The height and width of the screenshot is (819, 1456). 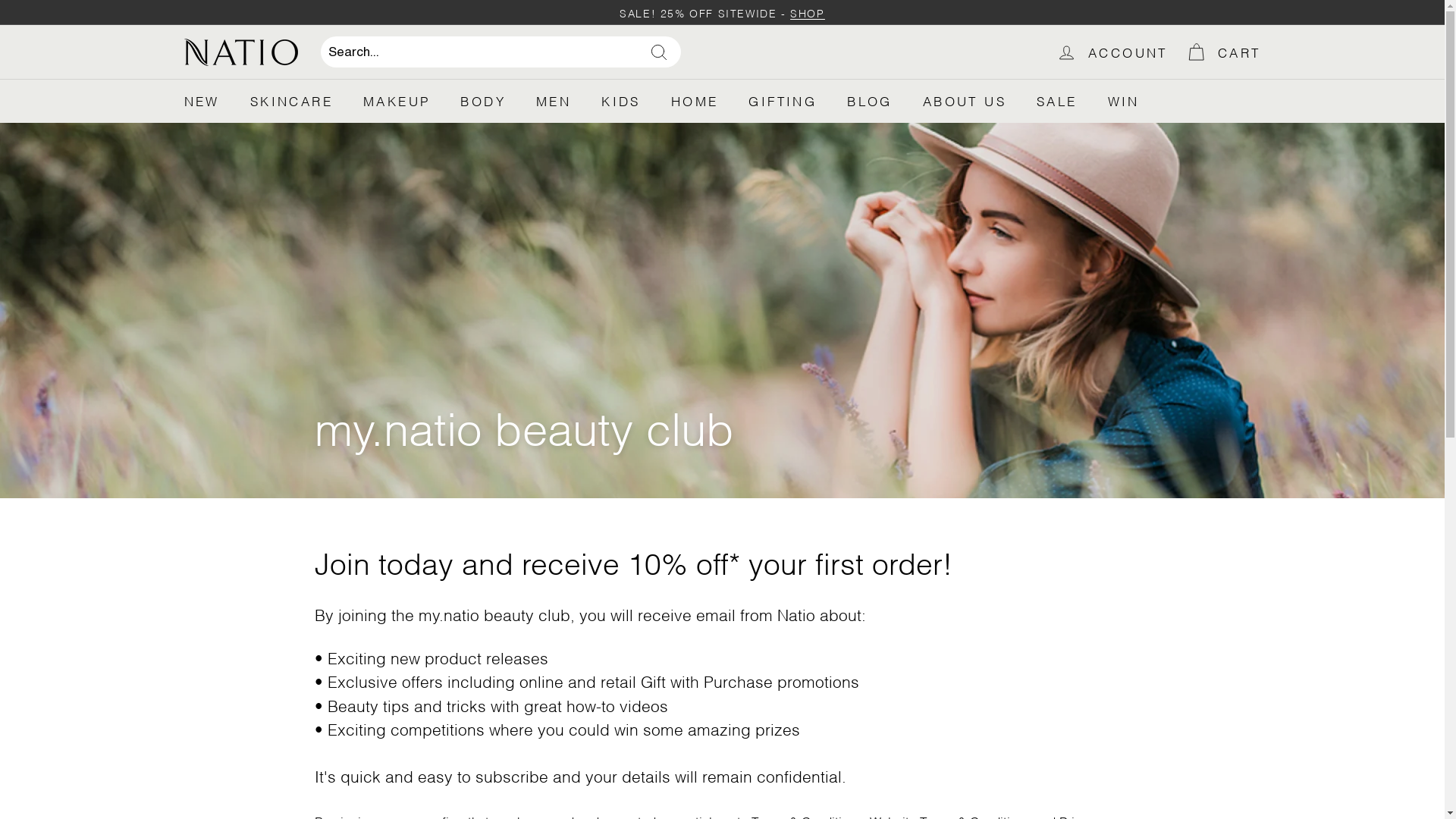 What do you see at coordinates (520, 100) in the screenshot?
I see `'MEN'` at bounding box center [520, 100].